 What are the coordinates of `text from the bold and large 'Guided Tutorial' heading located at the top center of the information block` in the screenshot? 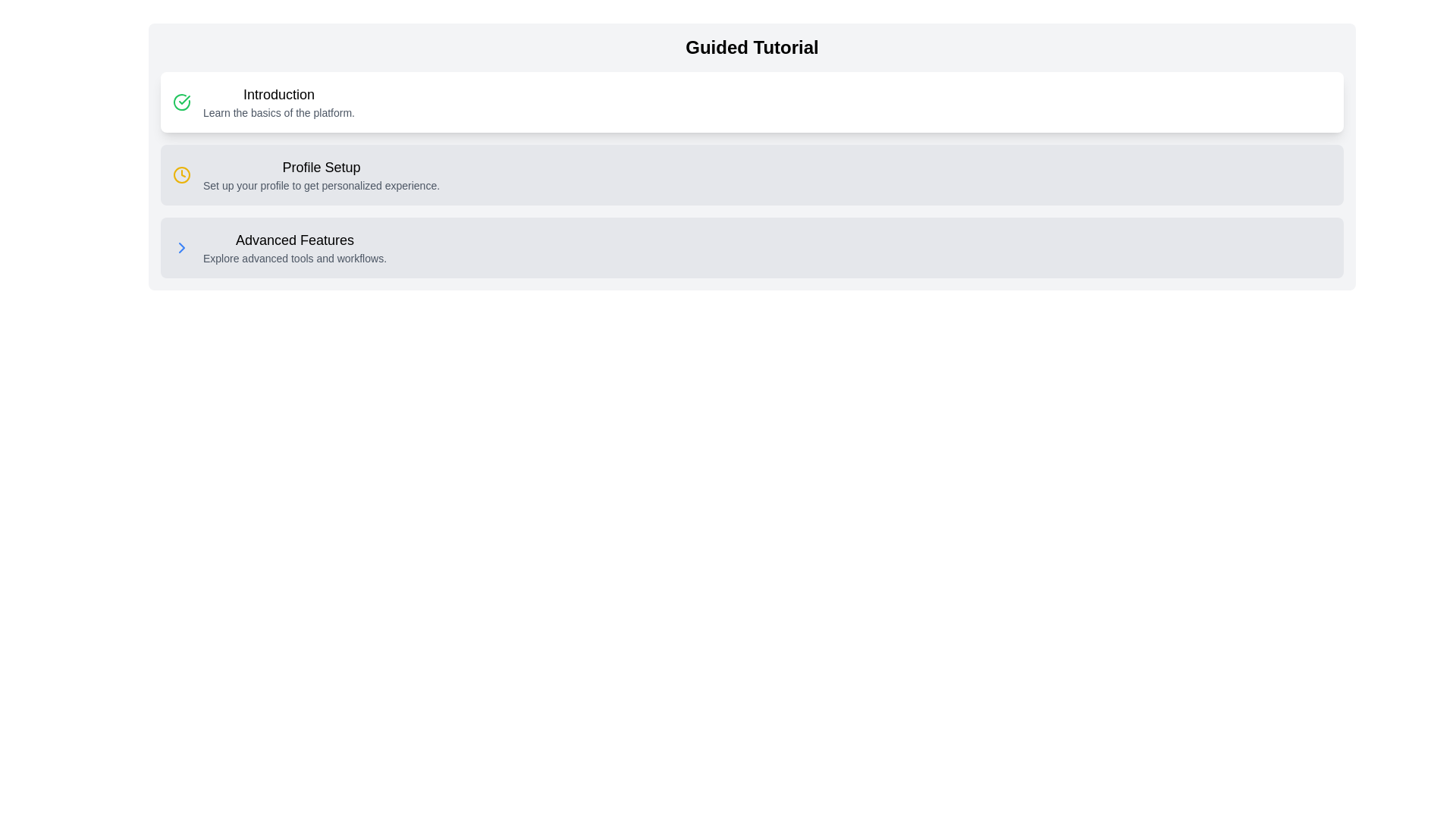 It's located at (752, 46).